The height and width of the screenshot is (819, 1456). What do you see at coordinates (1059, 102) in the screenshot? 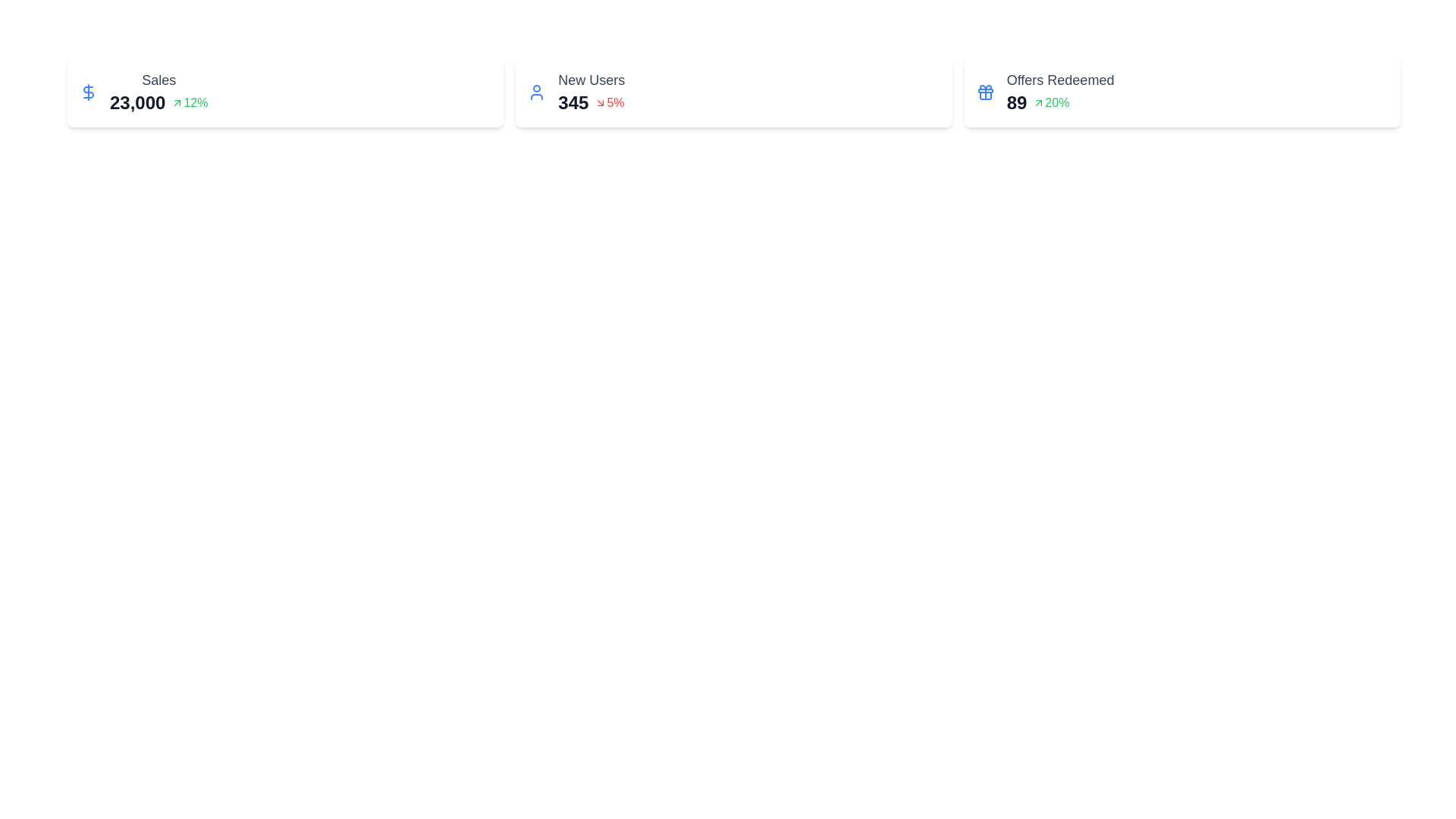
I see `the compound statistic display showing '89' and '20%' within the 'Offers Redeemed' card on the dashboard` at bounding box center [1059, 102].